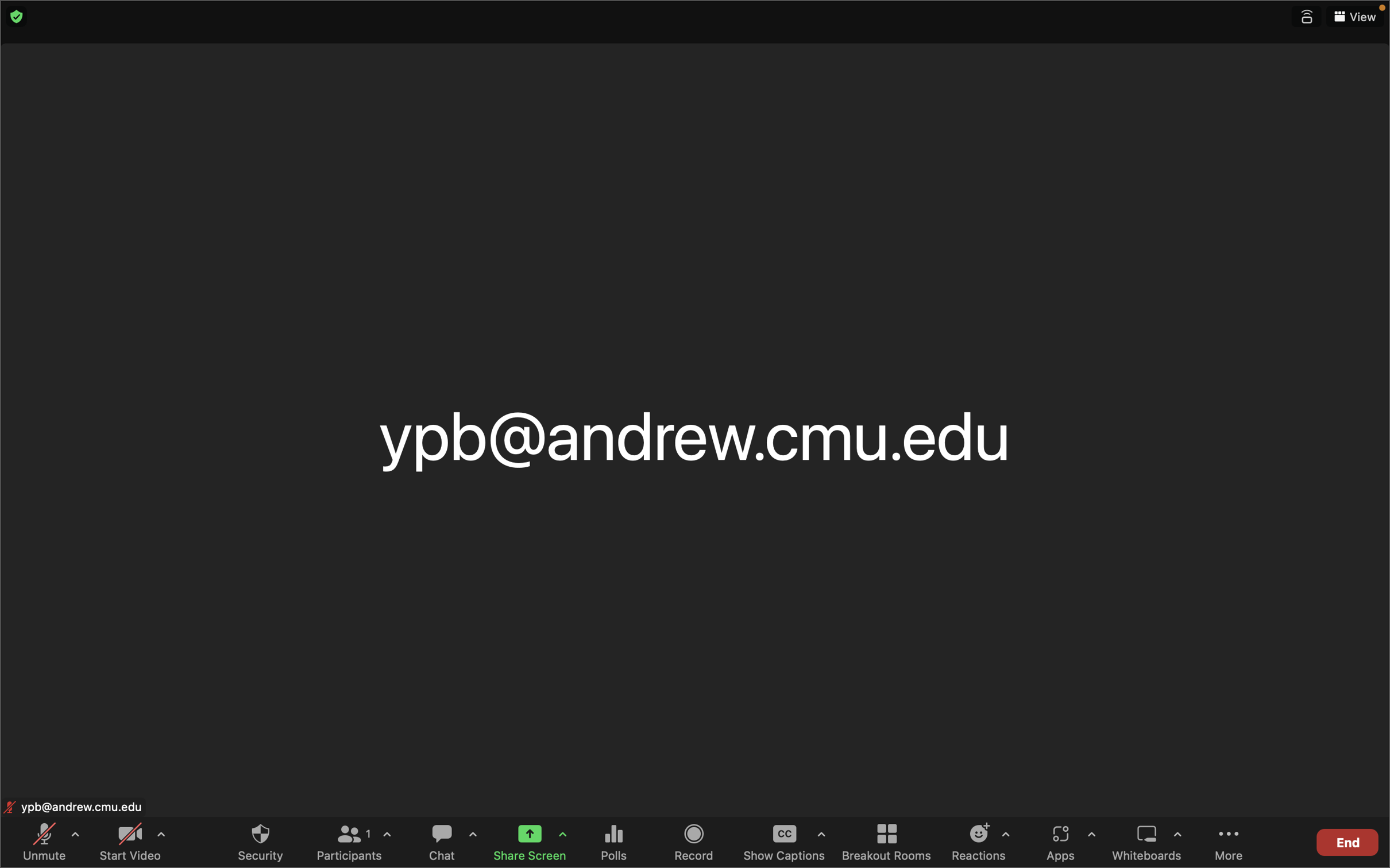 The width and height of the screenshot is (1390, 868). I want to click on Start the meeting recording, so click(695, 841).